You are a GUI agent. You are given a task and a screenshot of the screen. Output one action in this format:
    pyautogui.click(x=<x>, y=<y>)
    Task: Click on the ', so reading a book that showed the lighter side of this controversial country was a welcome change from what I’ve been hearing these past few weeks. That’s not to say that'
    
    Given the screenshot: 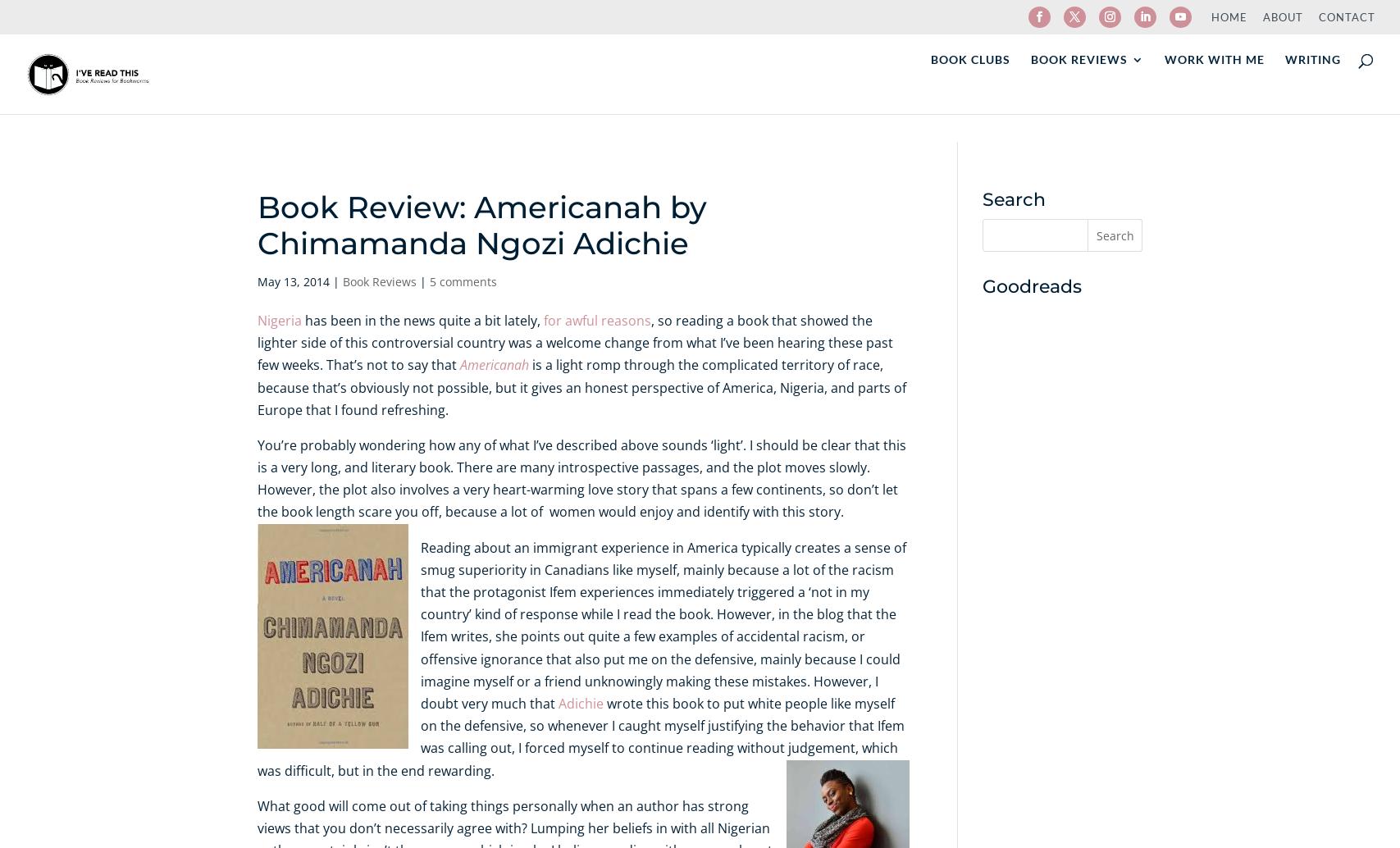 What is the action you would take?
    pyautogui.click(x=574, y=341)
    